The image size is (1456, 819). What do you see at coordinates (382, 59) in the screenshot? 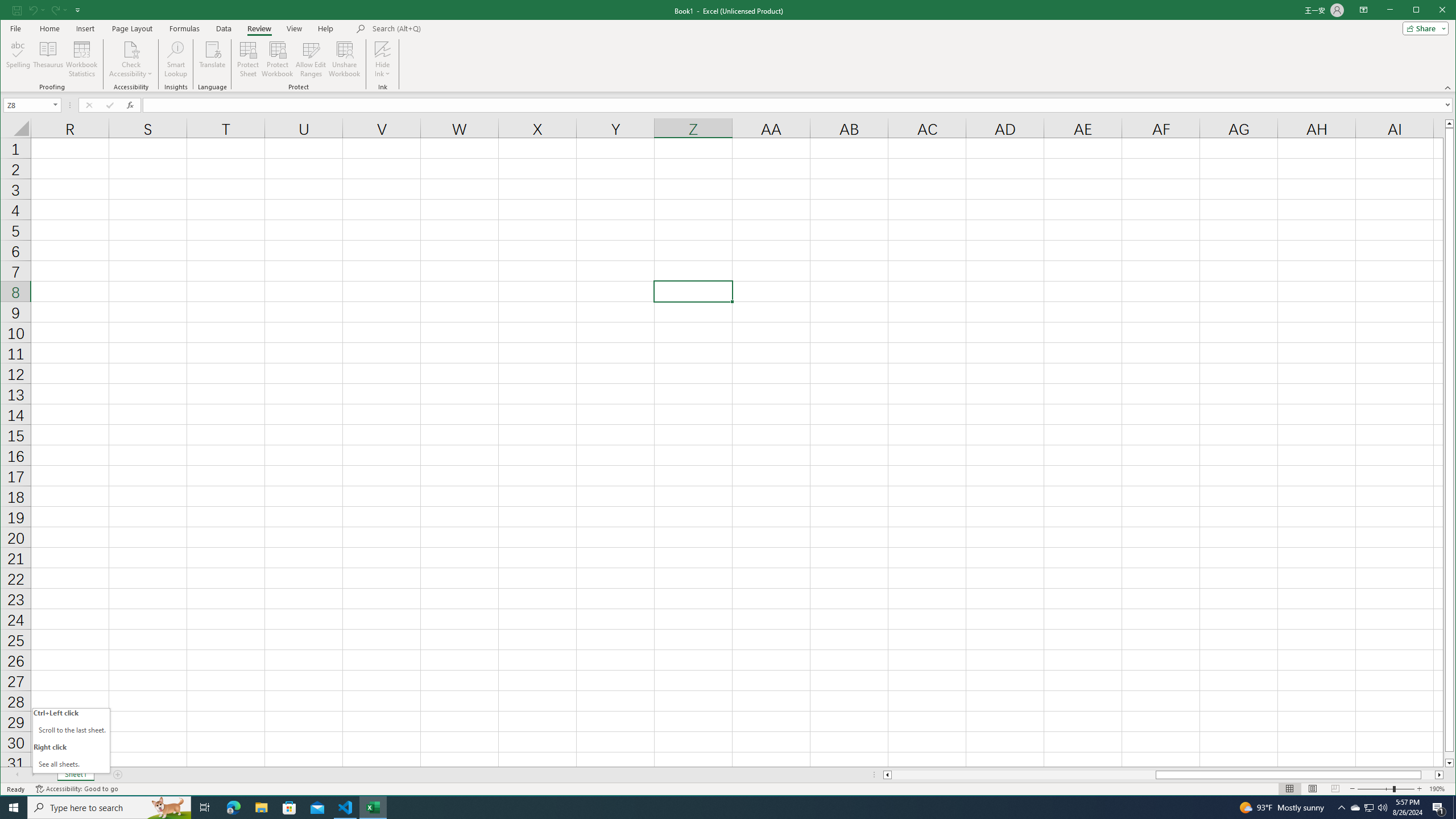
I see `'Hide Ink'` at bounding box center [382, 59].